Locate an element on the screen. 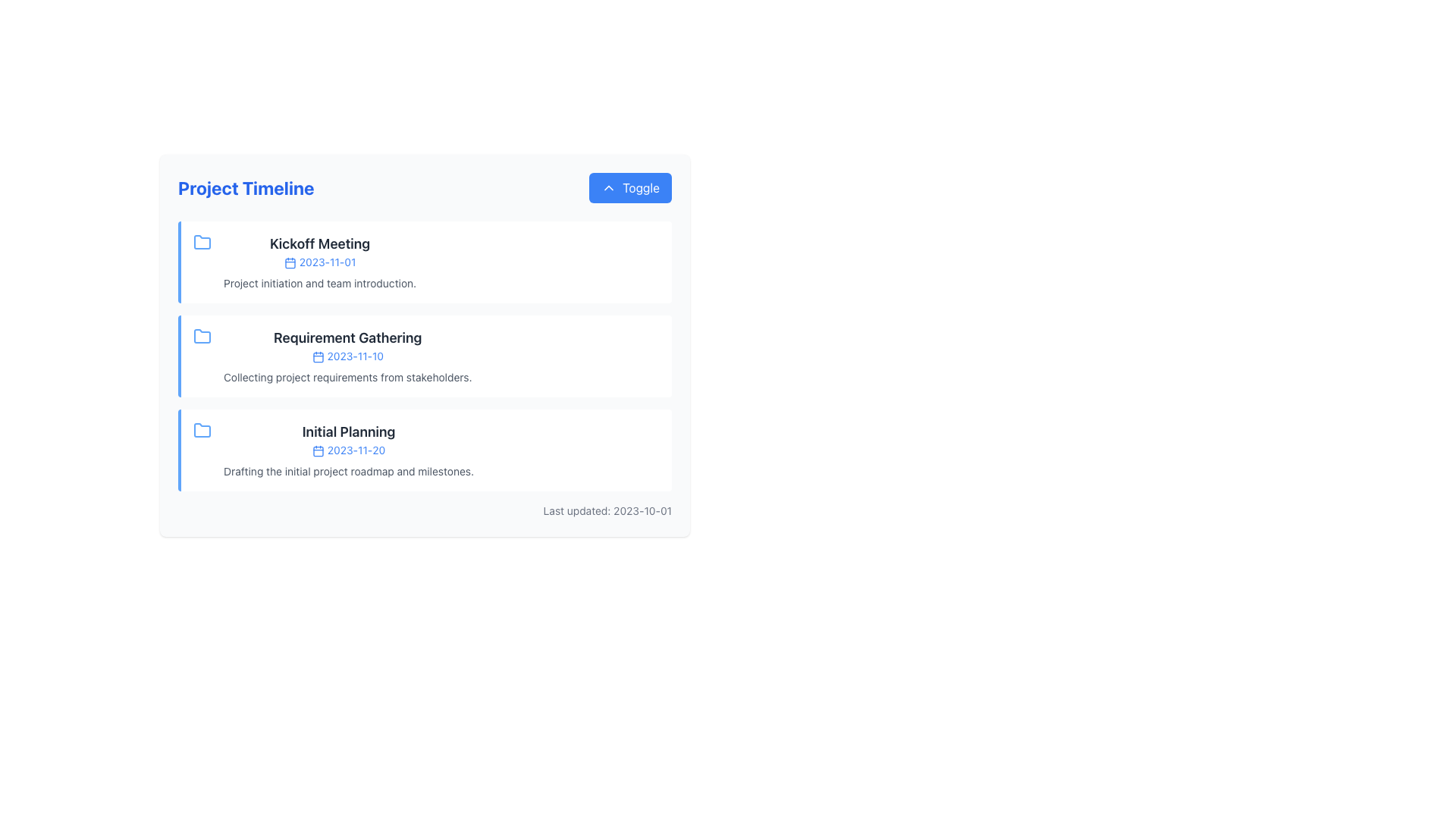  the inline text displaying the date '2023-11-10' or the adjacent calendar icon in the 'Requirement Gathering' section is located at coordinates (347, 356).